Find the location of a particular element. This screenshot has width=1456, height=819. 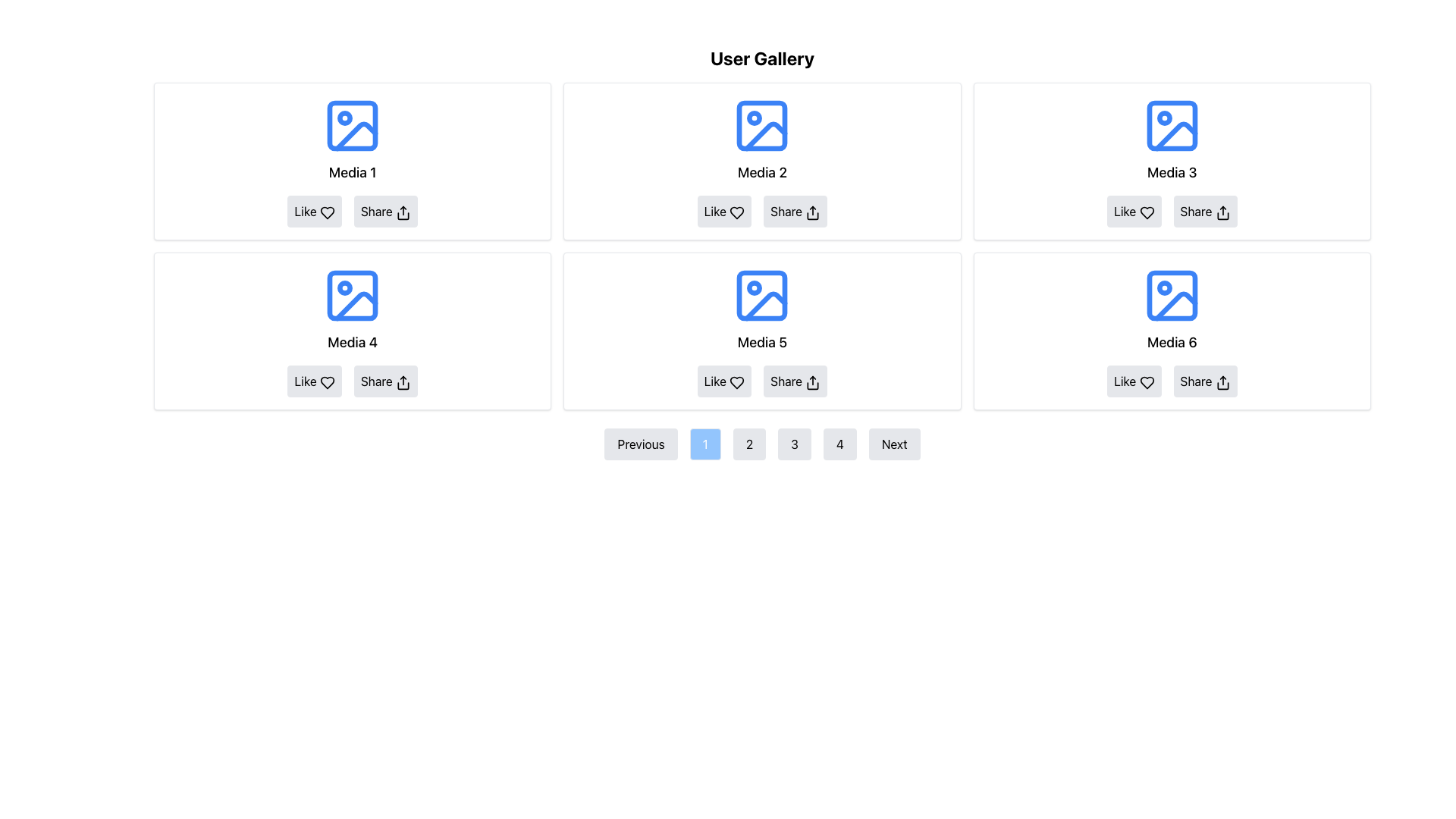

the 'Share' button icon located below the 'Media 1' section in the user gallery grid is located at coordinates (403, 212).